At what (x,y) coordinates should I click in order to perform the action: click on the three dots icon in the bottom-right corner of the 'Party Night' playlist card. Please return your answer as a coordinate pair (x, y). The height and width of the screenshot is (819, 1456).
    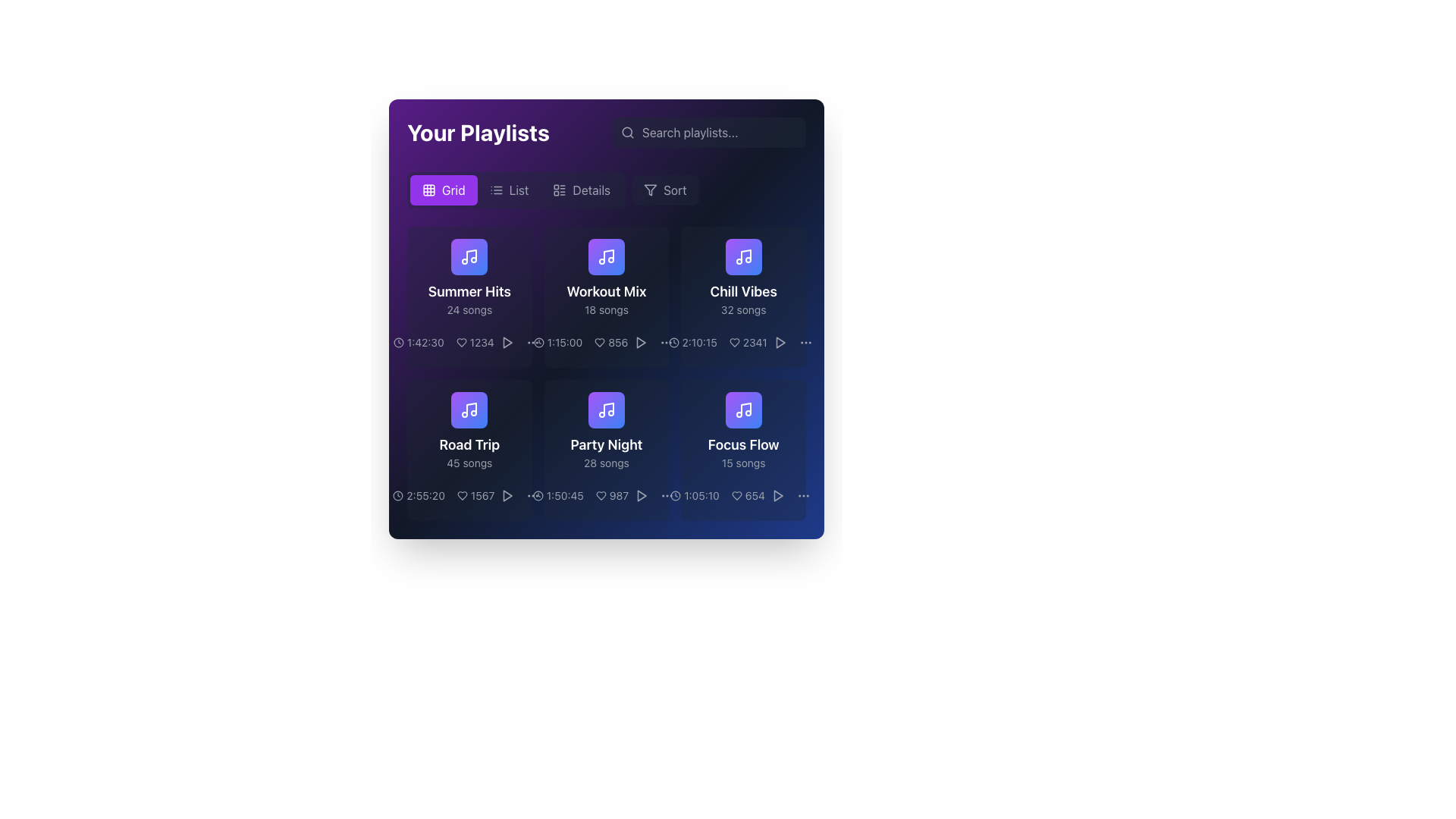
    Looking at the image, I should click on (532, 496).